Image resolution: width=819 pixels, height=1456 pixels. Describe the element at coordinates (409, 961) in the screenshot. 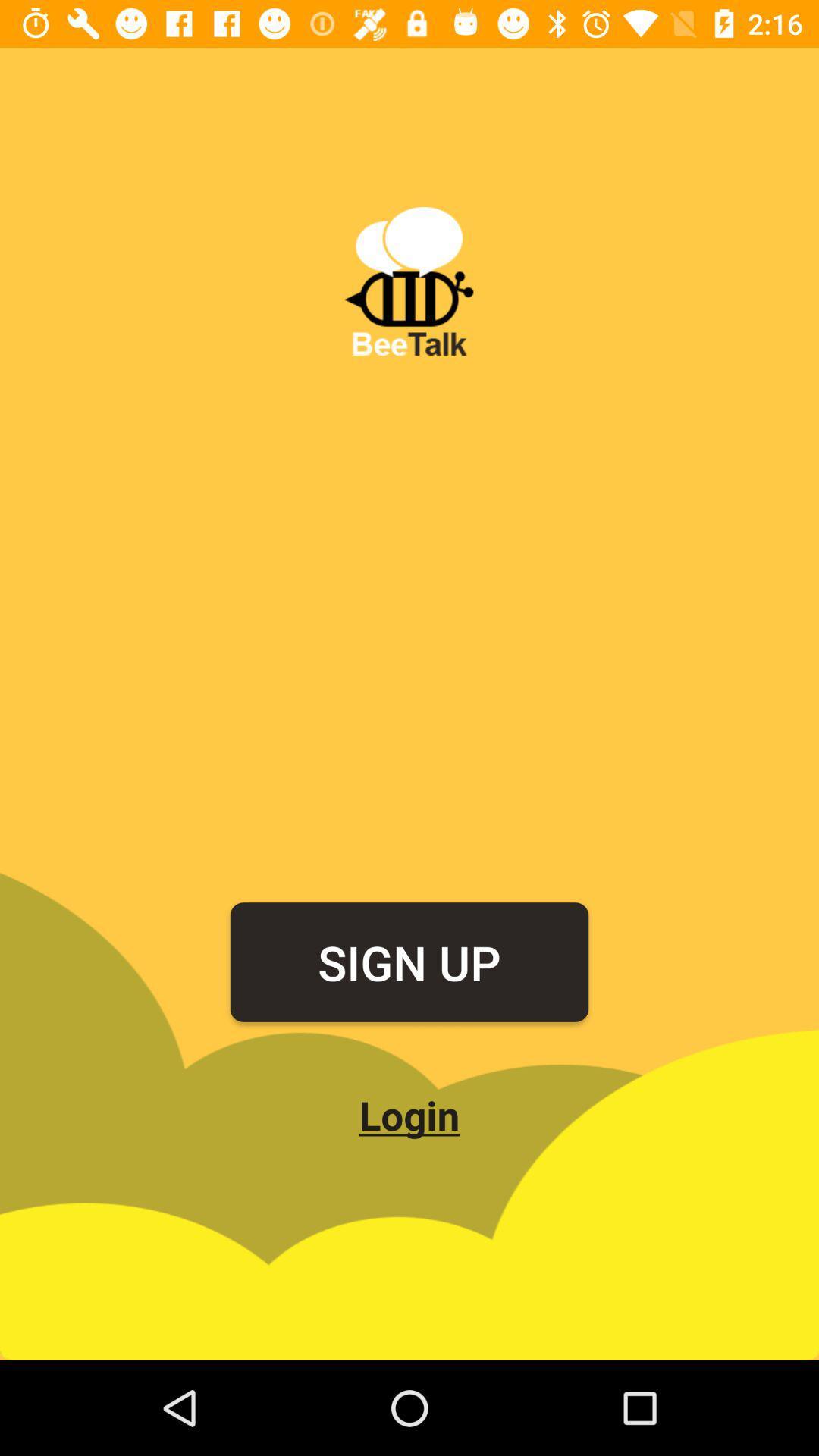

I see `item at the center` at that location.